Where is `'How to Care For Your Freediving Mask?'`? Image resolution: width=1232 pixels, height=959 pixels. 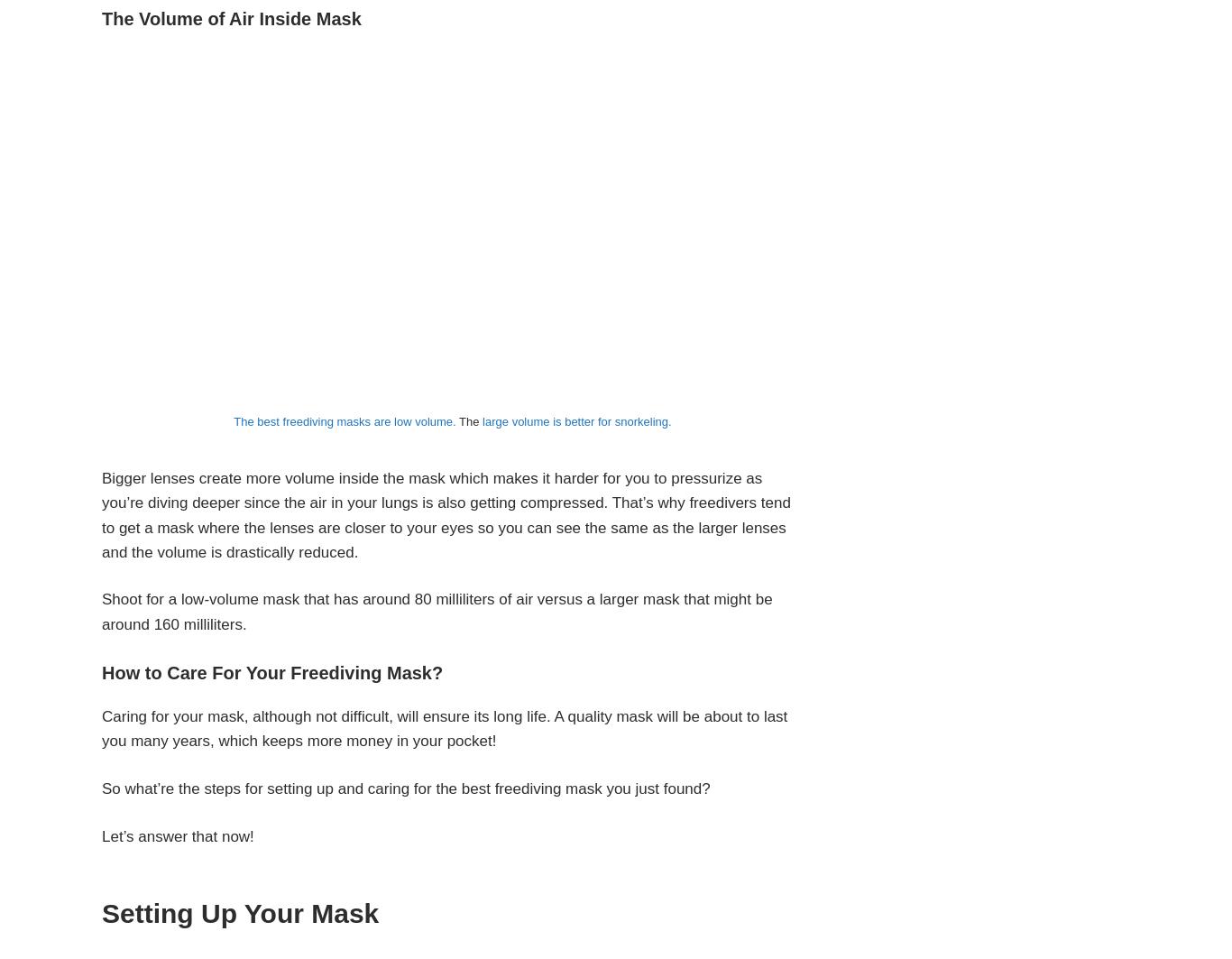
'How to Care For Your Freediving Mask?' is located at coordinates (272, 672).